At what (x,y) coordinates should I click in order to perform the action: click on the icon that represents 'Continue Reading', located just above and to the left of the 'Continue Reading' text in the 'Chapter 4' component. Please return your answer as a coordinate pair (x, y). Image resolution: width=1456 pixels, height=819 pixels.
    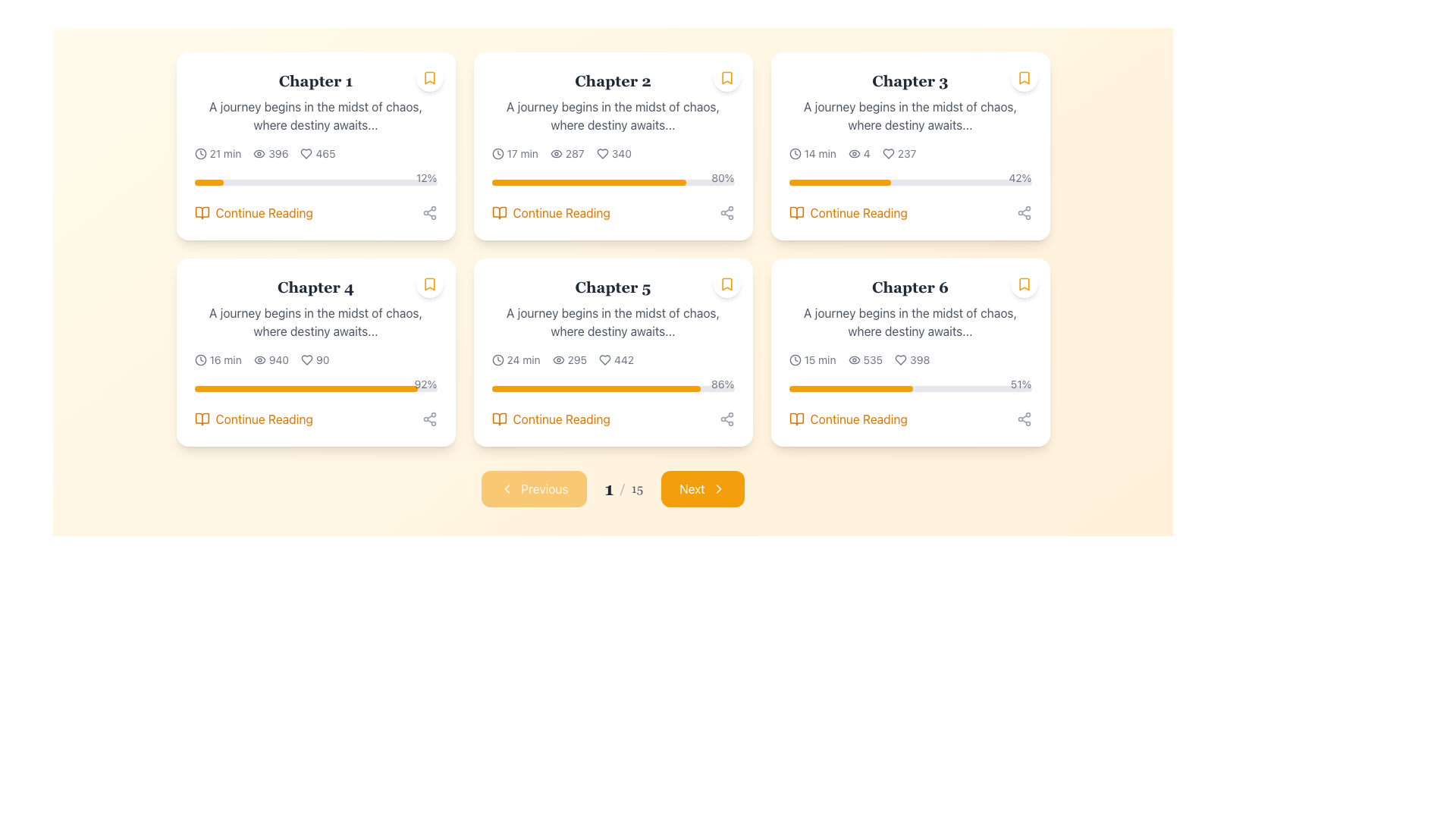
    Looking at the image, I should click on (201, 419).